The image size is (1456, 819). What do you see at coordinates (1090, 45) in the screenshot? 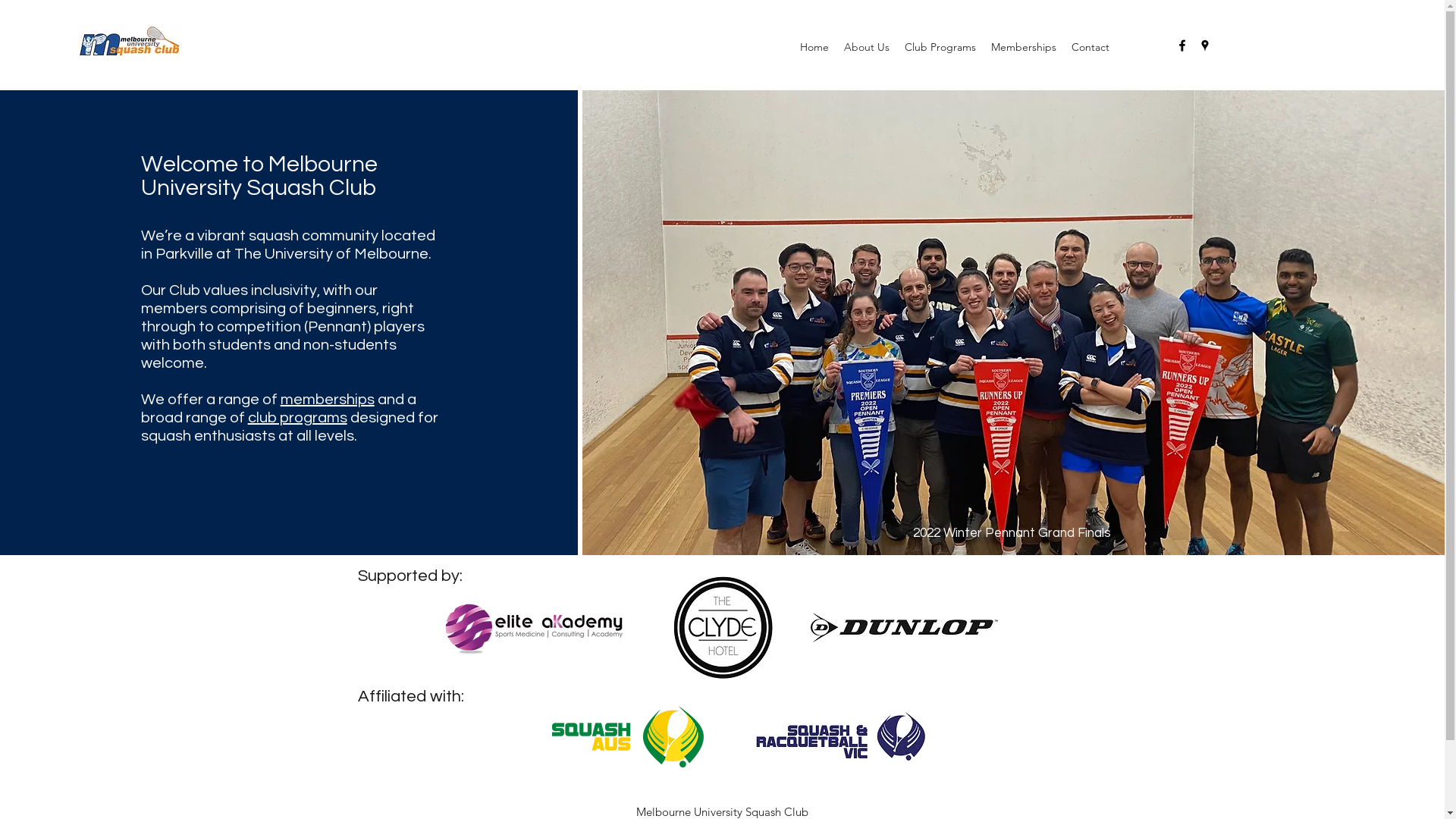
I see `'Contact'` at bounding box center [1090, 45].